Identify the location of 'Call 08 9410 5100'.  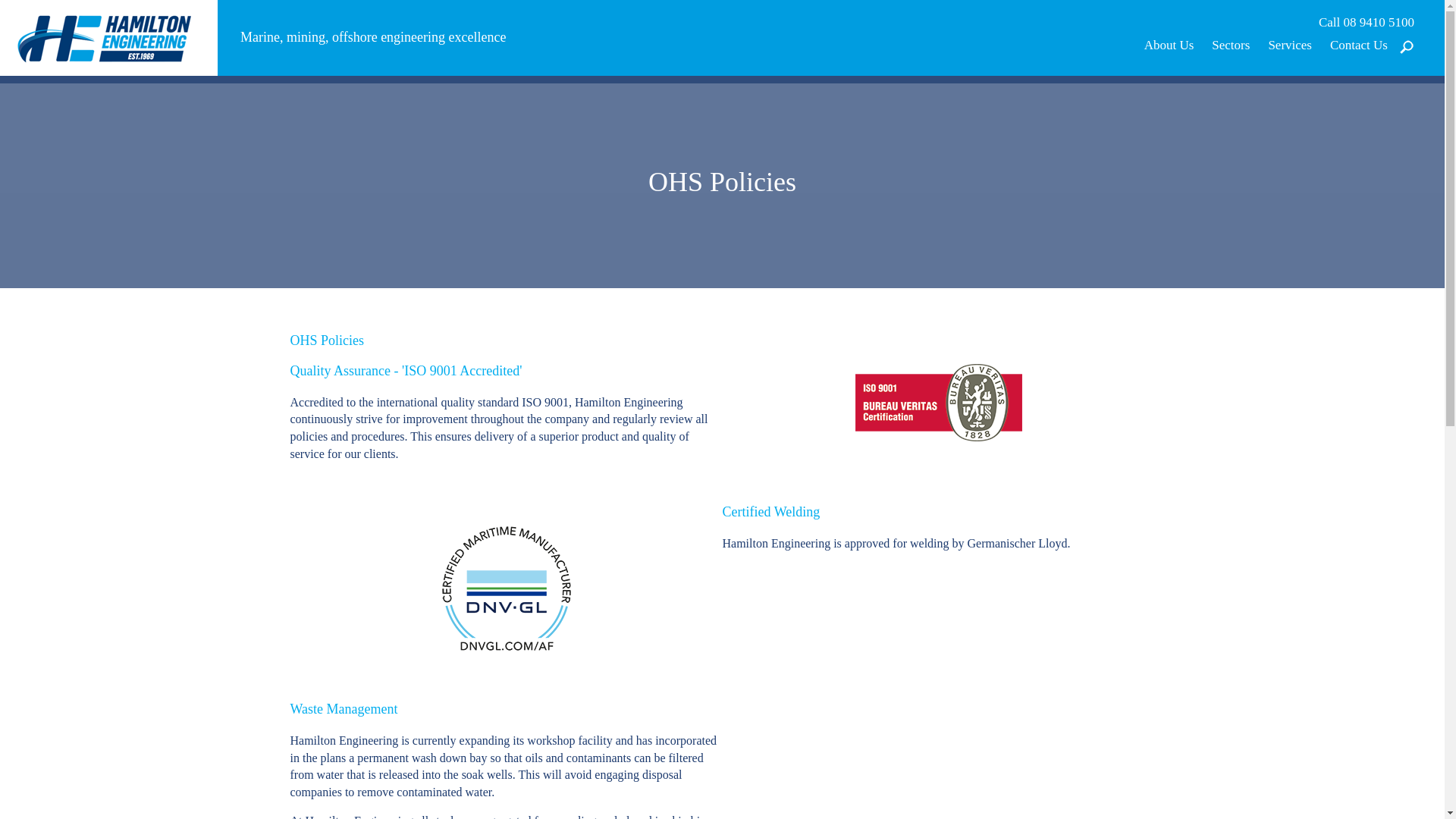
(1366, 23).